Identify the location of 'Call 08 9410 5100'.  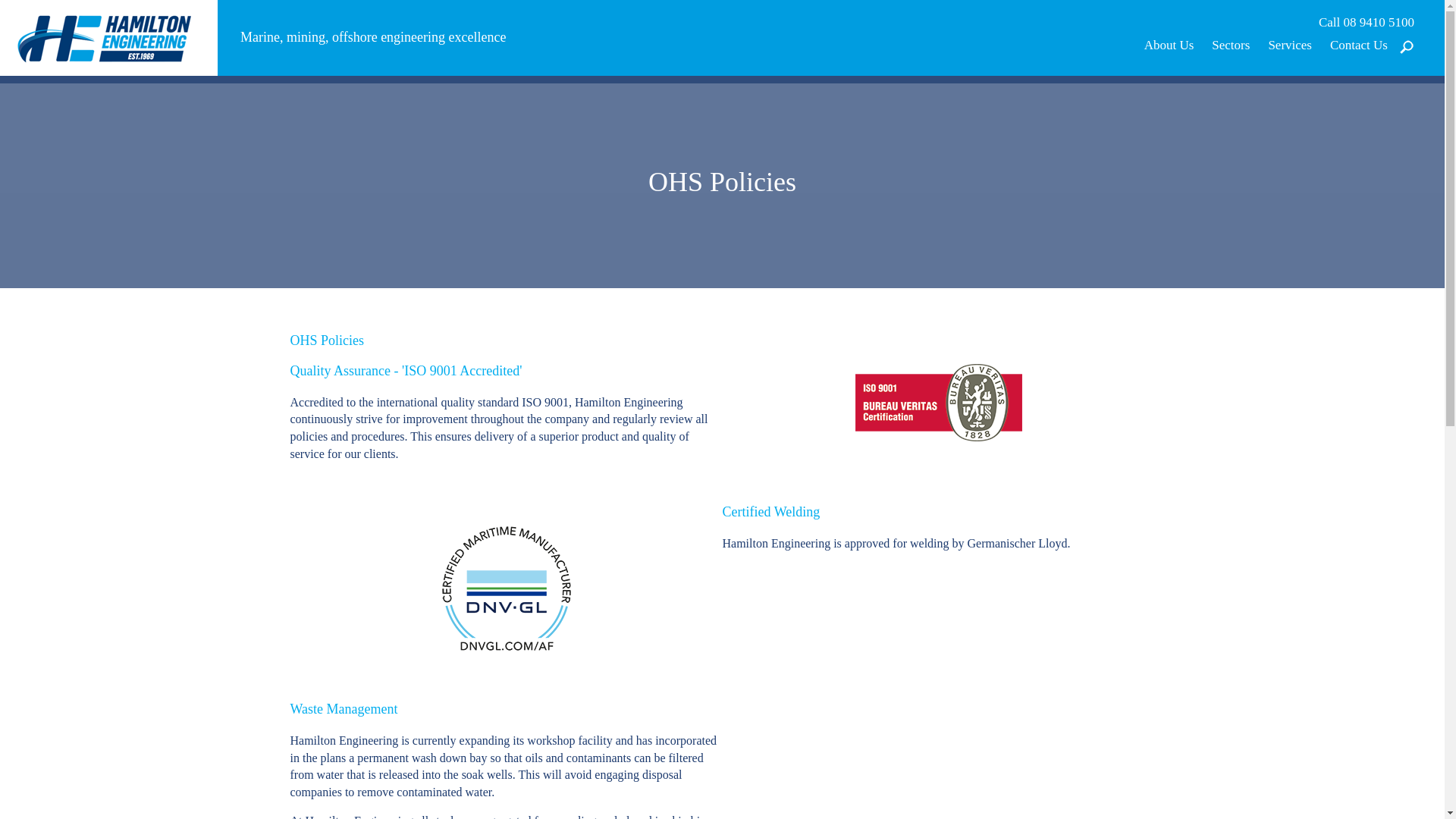
(1366, 23).